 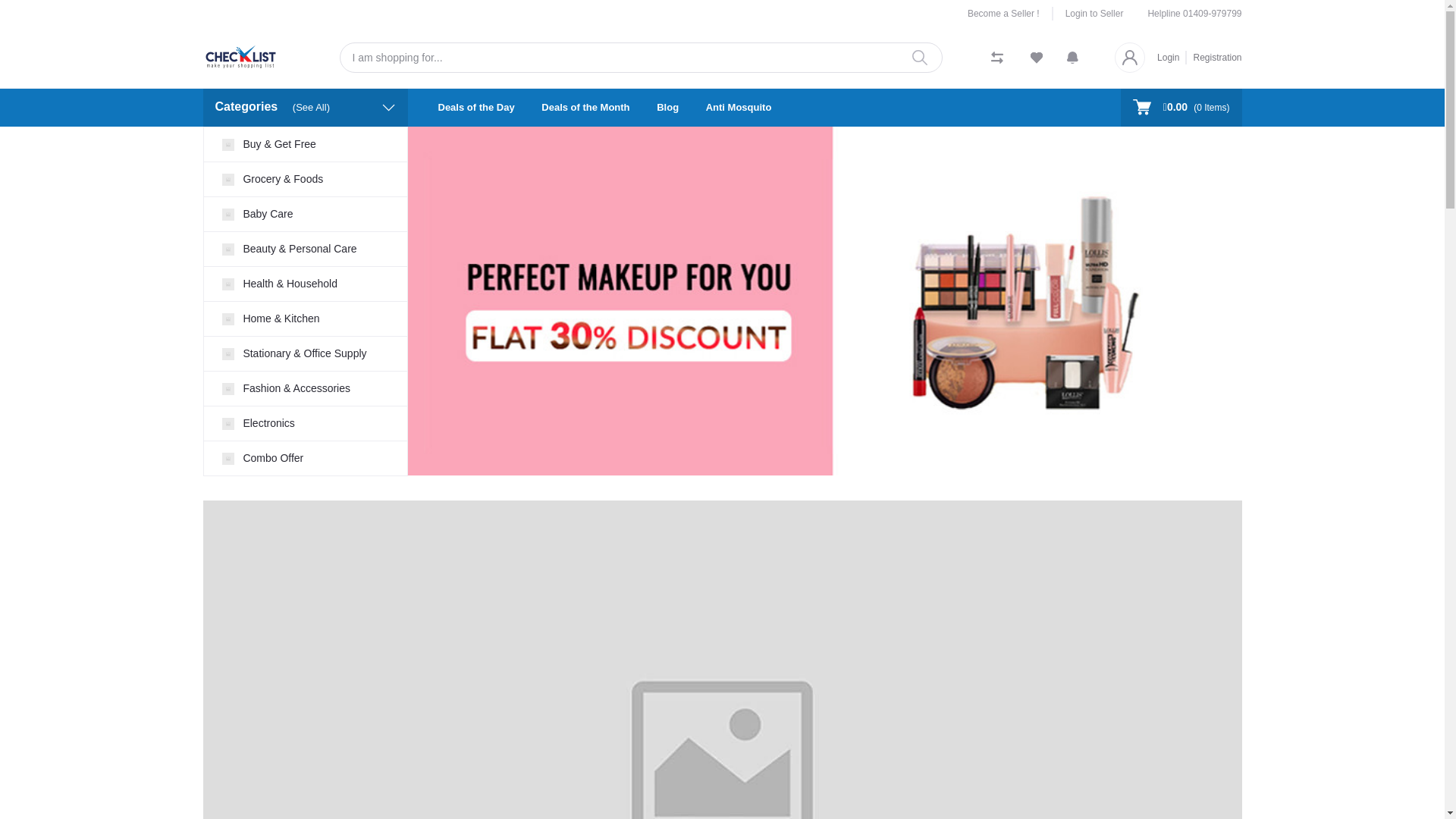 What do you see at coordinates (1010, 14) in the screenshot?
I see `'Become a Seller !'` at bounding box center [1010, 14].